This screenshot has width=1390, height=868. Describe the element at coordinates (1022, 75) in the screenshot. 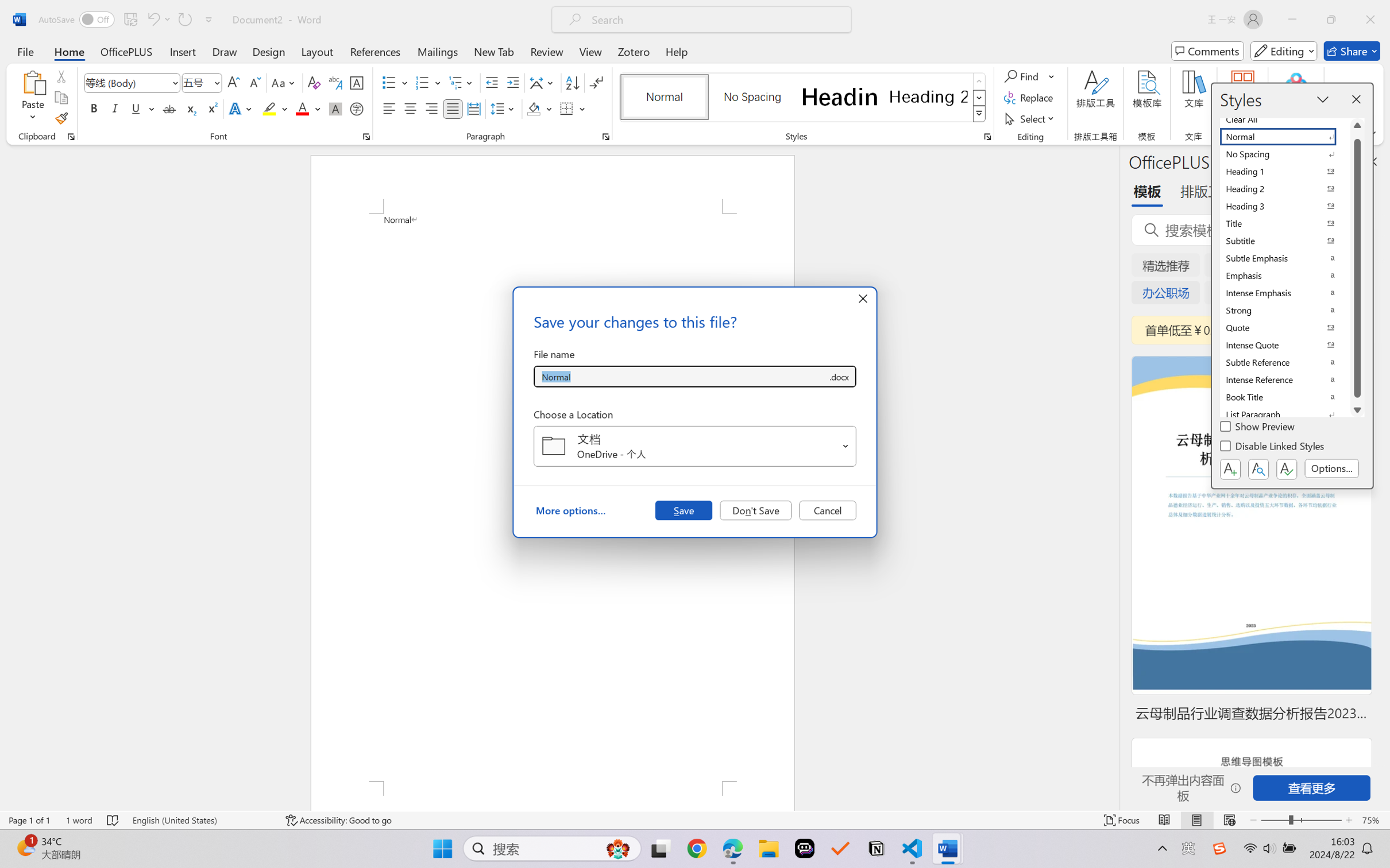

I see `'Find'` at that location.